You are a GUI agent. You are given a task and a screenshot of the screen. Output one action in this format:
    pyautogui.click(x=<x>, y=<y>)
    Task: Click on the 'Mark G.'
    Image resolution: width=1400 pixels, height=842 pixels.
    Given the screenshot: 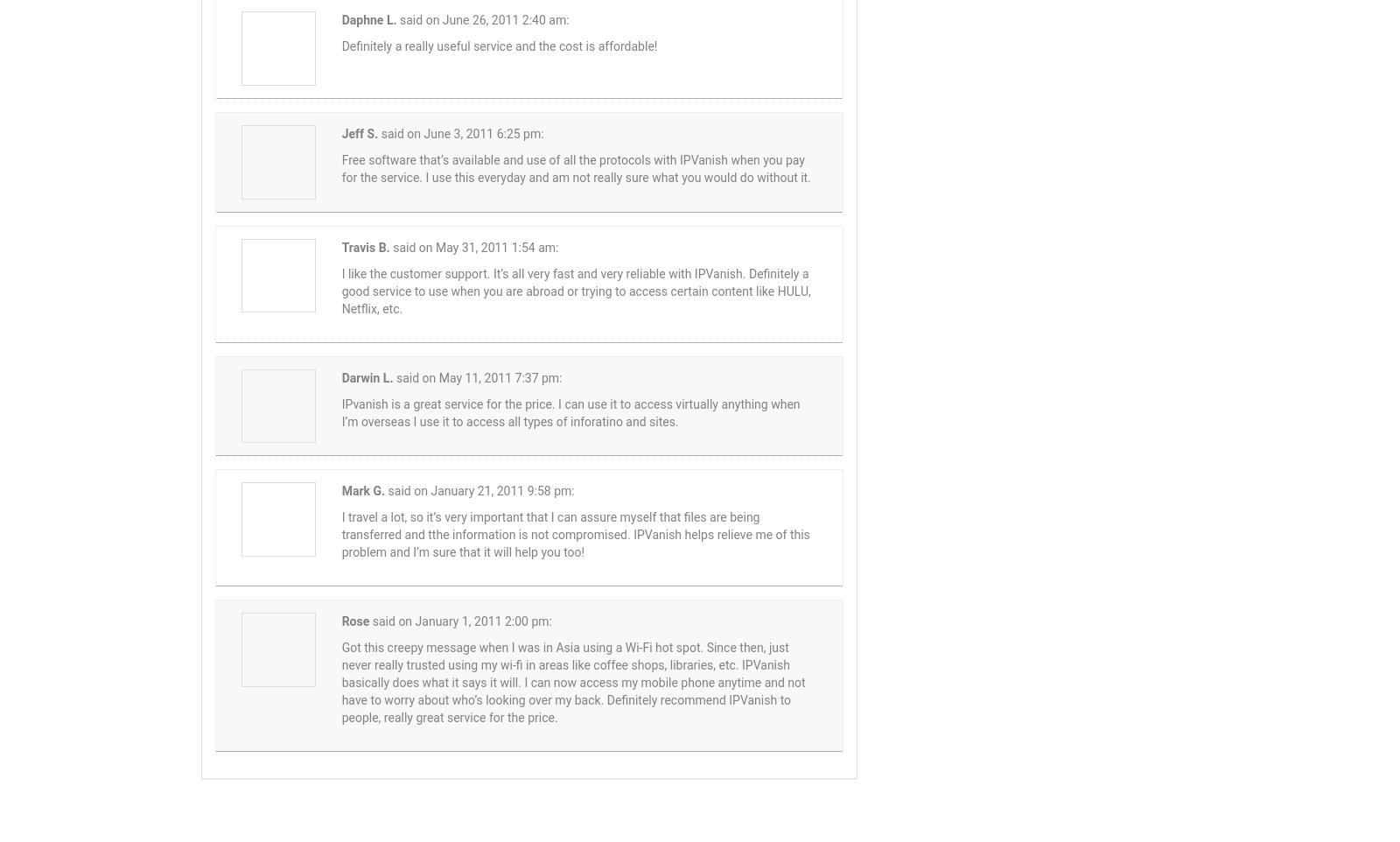 What is the action you would take?
    pyautogui.click(x=362, y=491)
    